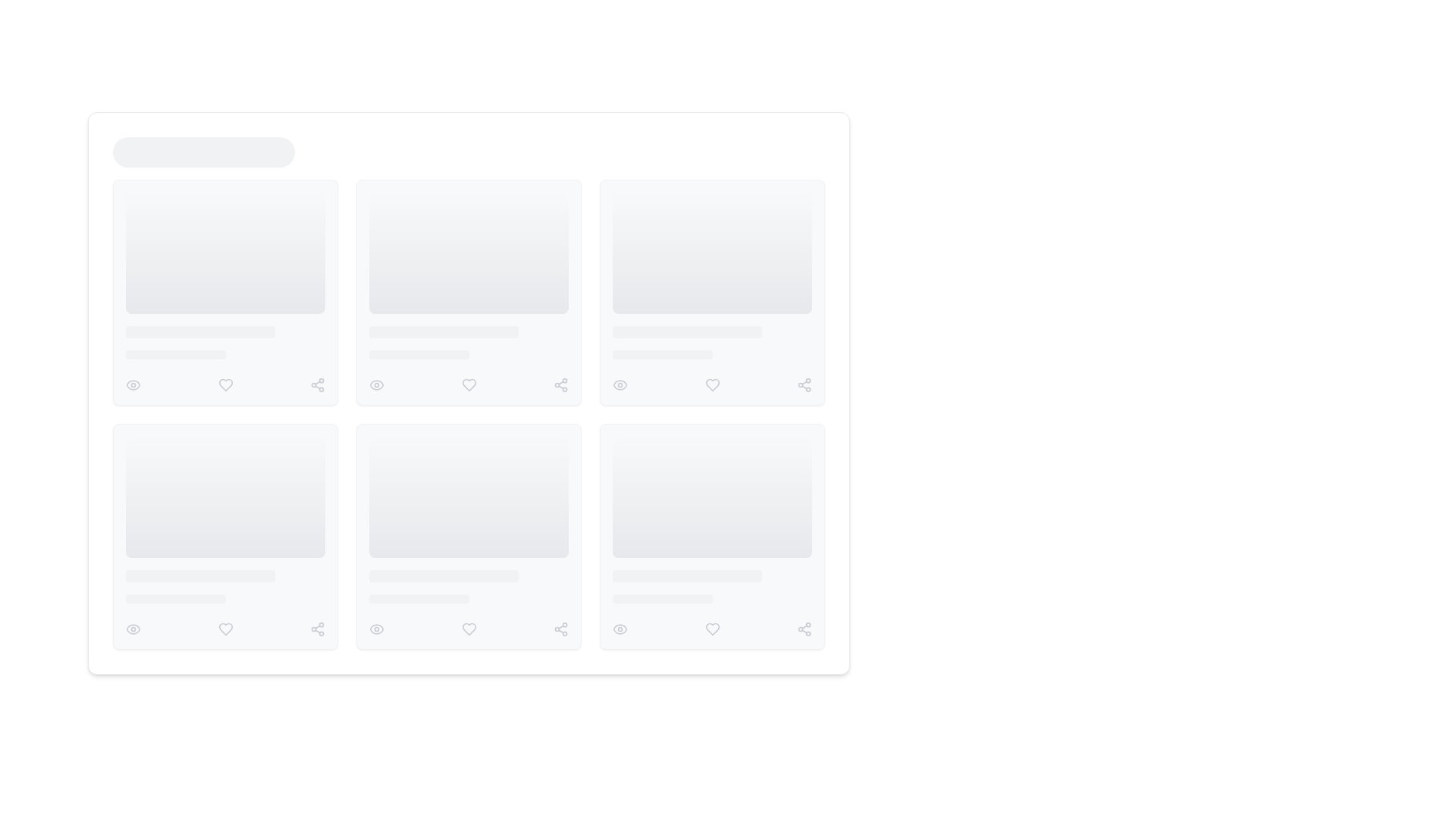  I want to click on the share action icon located at the bottom-right corner of the card, so click(560, 384).